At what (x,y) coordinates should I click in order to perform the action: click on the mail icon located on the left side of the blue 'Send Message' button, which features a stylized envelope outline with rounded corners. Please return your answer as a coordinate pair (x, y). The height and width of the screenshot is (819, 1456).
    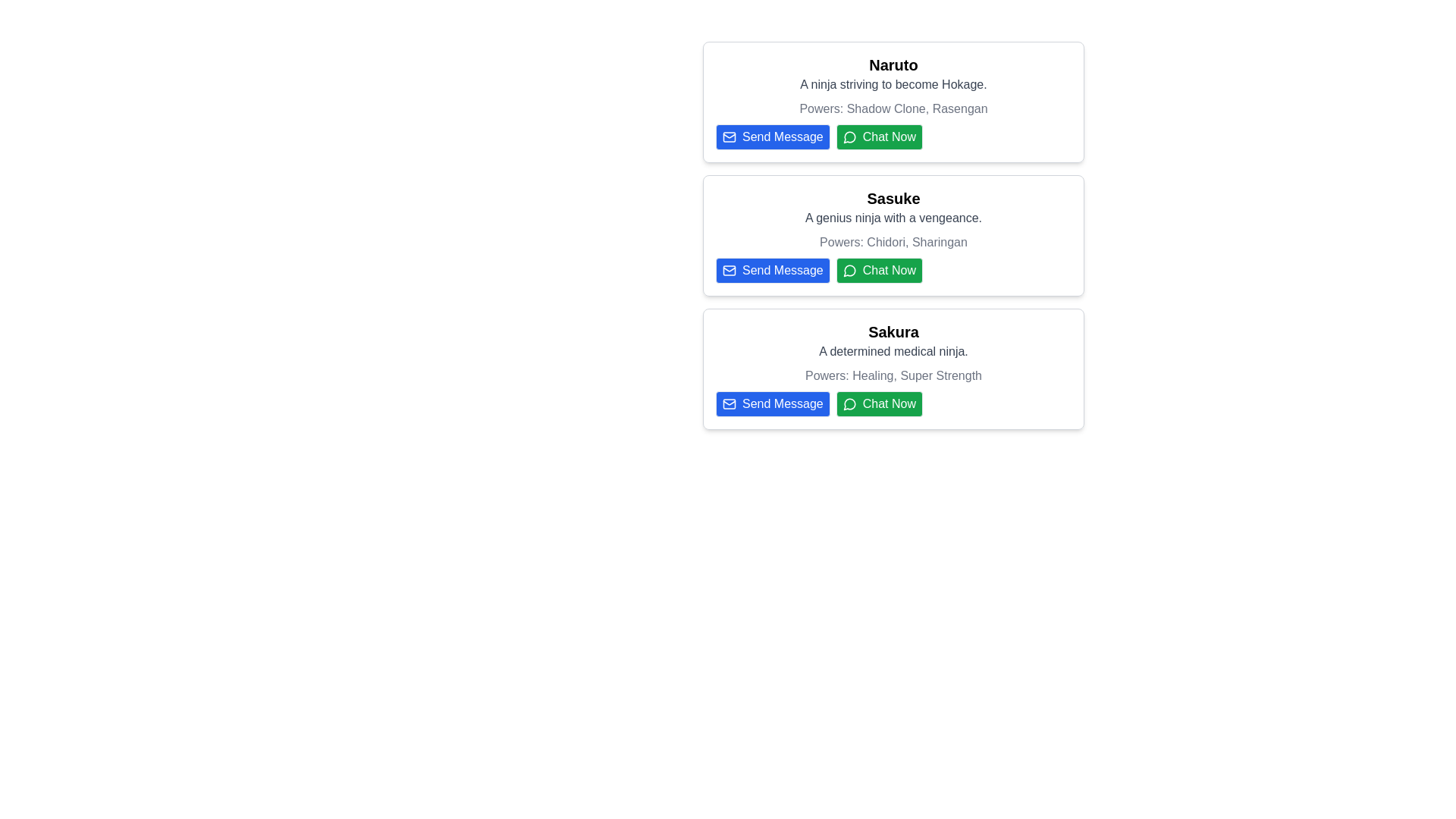
    Looking at the image, I should click on (729, 270).